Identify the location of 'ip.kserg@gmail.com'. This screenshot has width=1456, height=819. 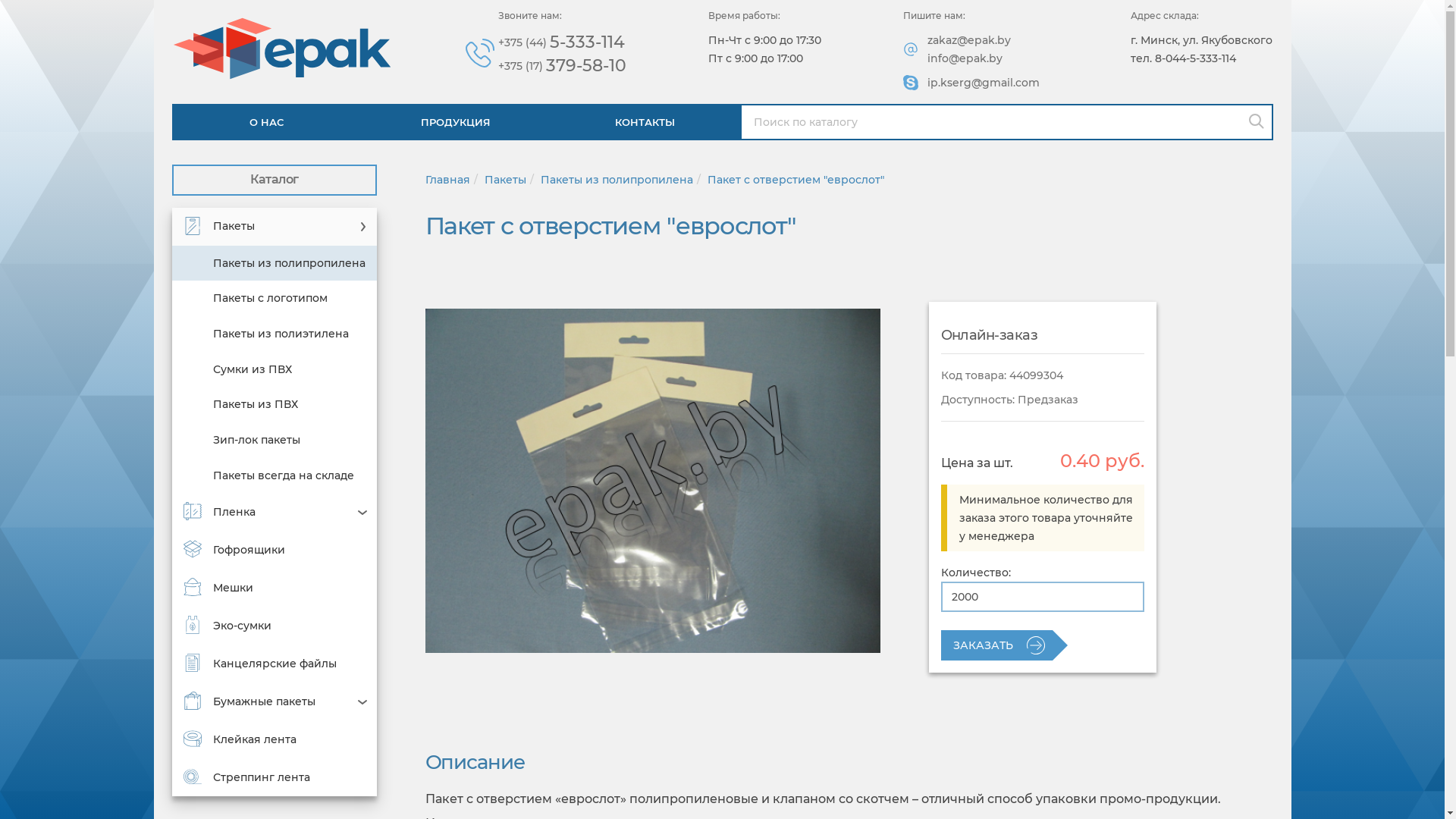
(927, 82).